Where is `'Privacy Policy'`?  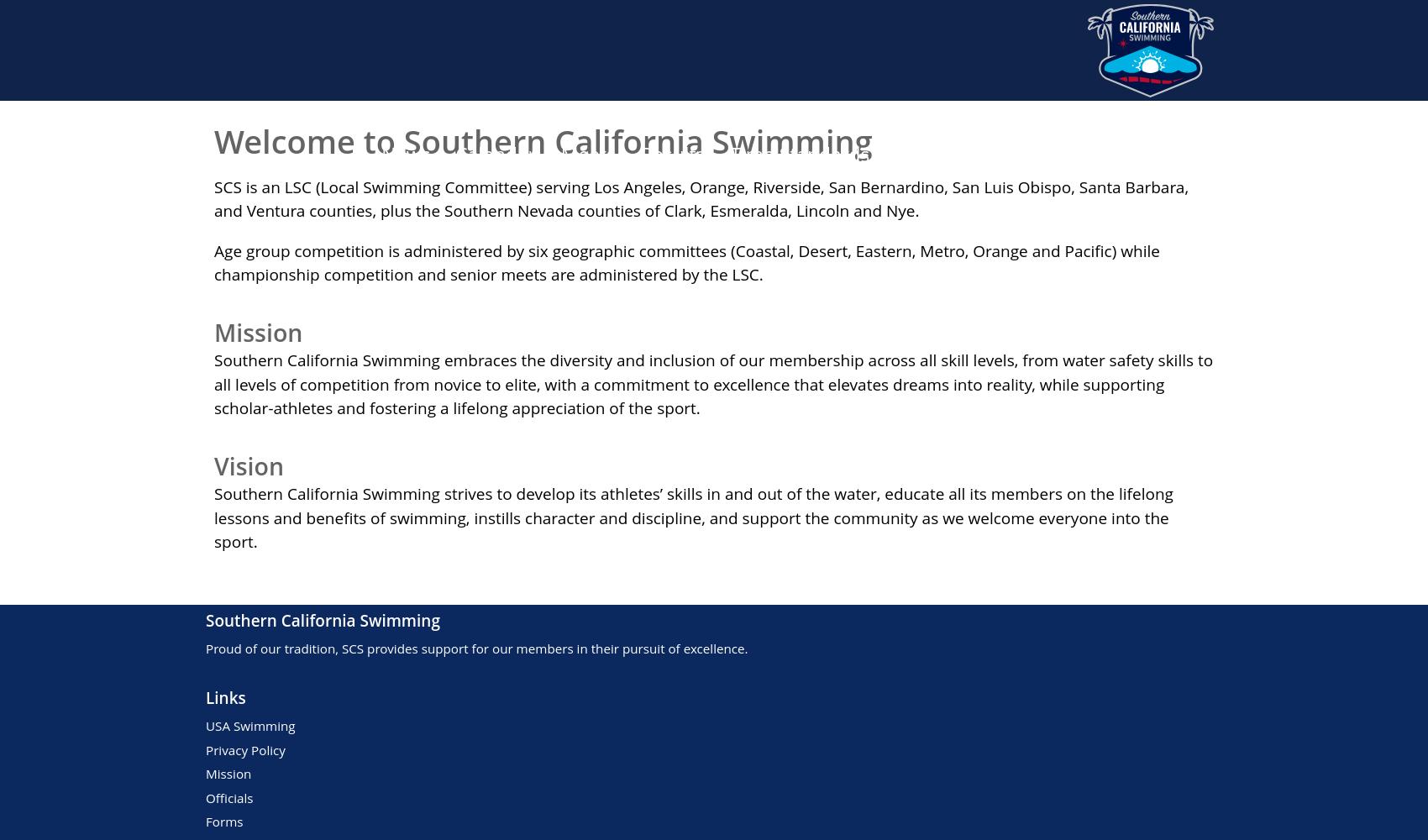
'Privacy Policy' is located at coordinates (245, 749).